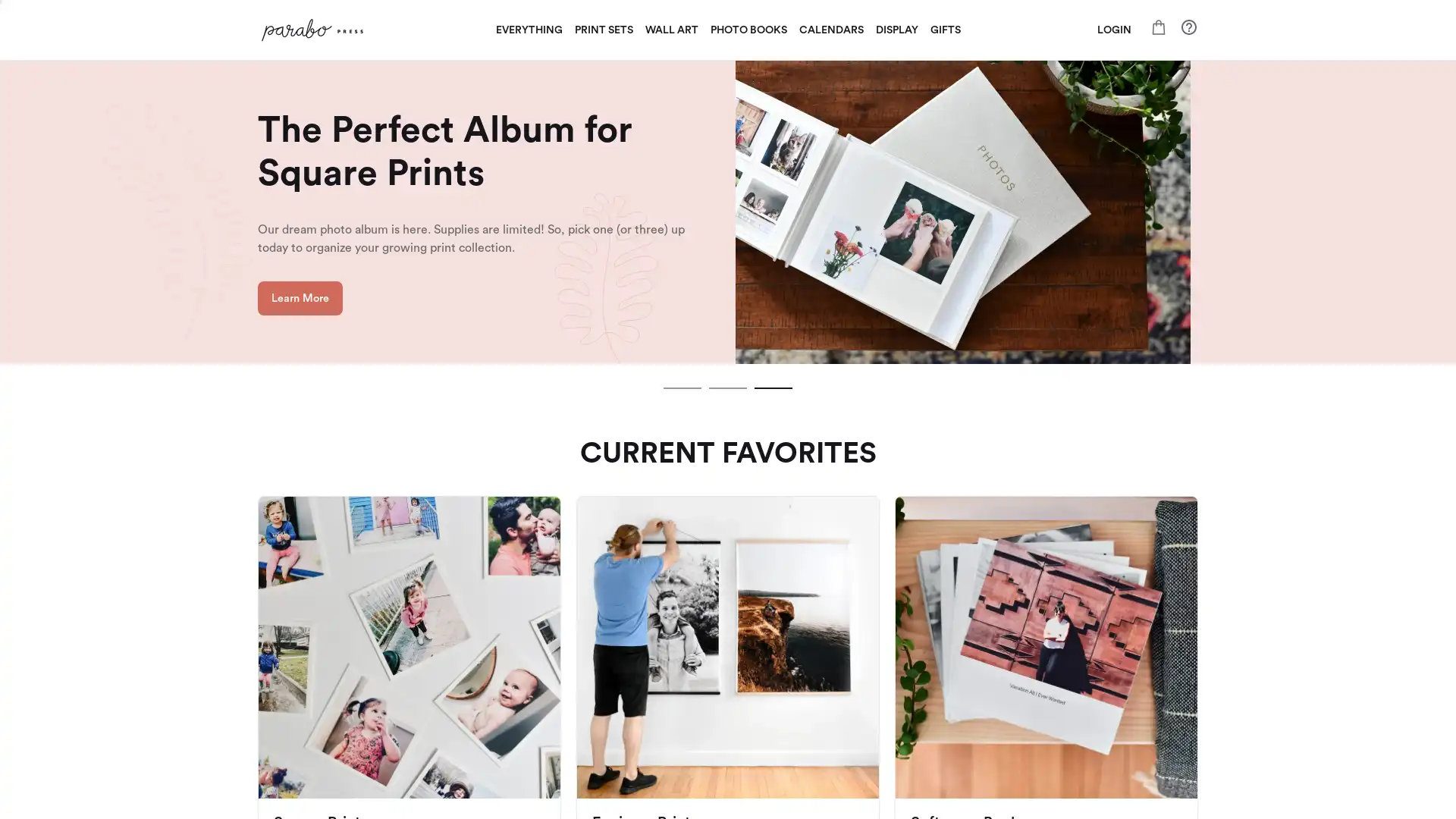  Describe the element at coordinates (682, 388) in the screenshot. I see `slide dot` at that location.